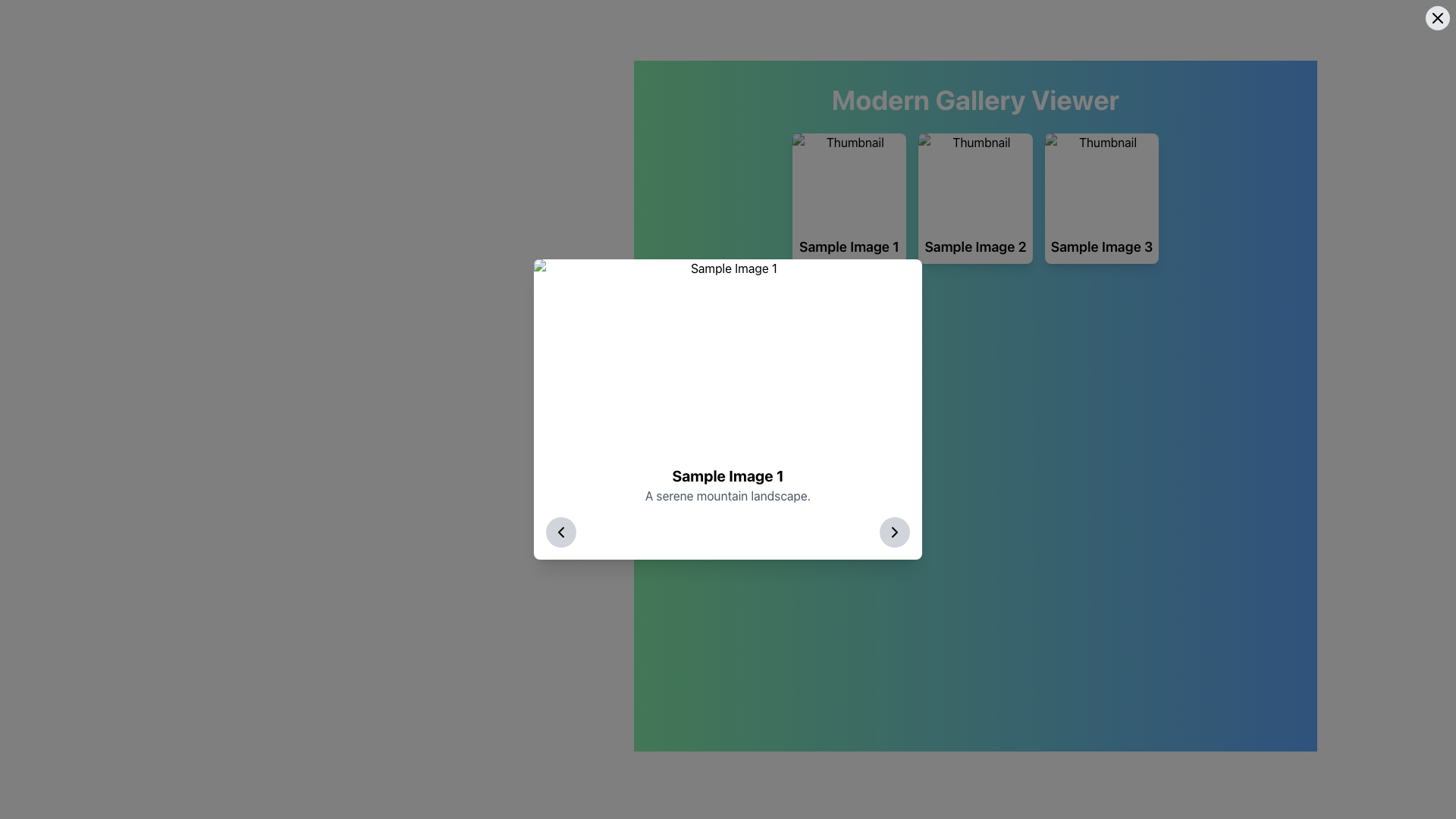 The height and width of the screenshot is (819, 1456). I want to click on the header text element displaying 'Modern Gallery Viewer', which is prominently styled in a large, bold font and located at the top-center of the application interface, so click(975, 99).